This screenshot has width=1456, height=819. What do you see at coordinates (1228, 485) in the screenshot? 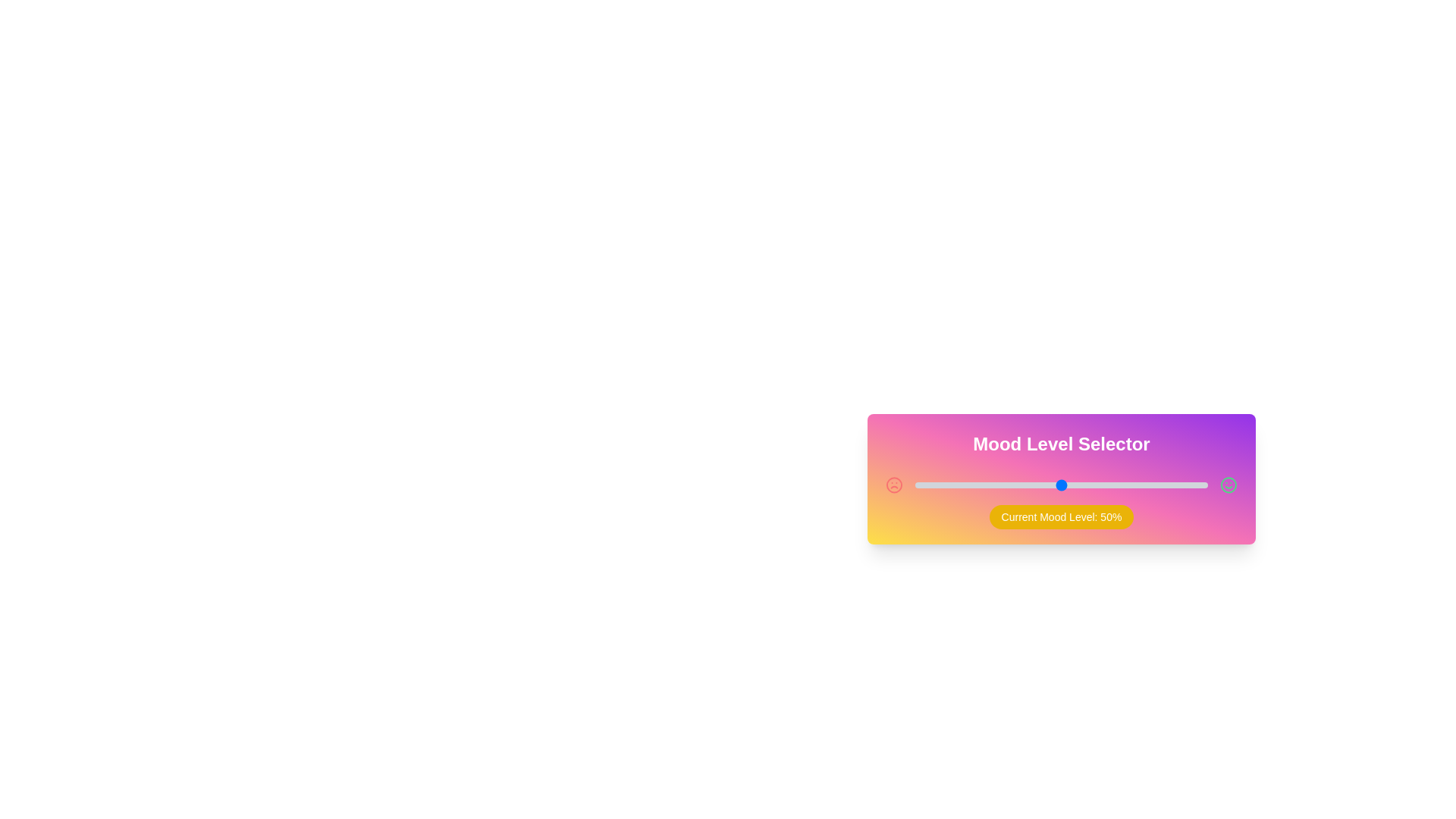
I see `the happy face icon to select it` at bounding box center [1228, 485].